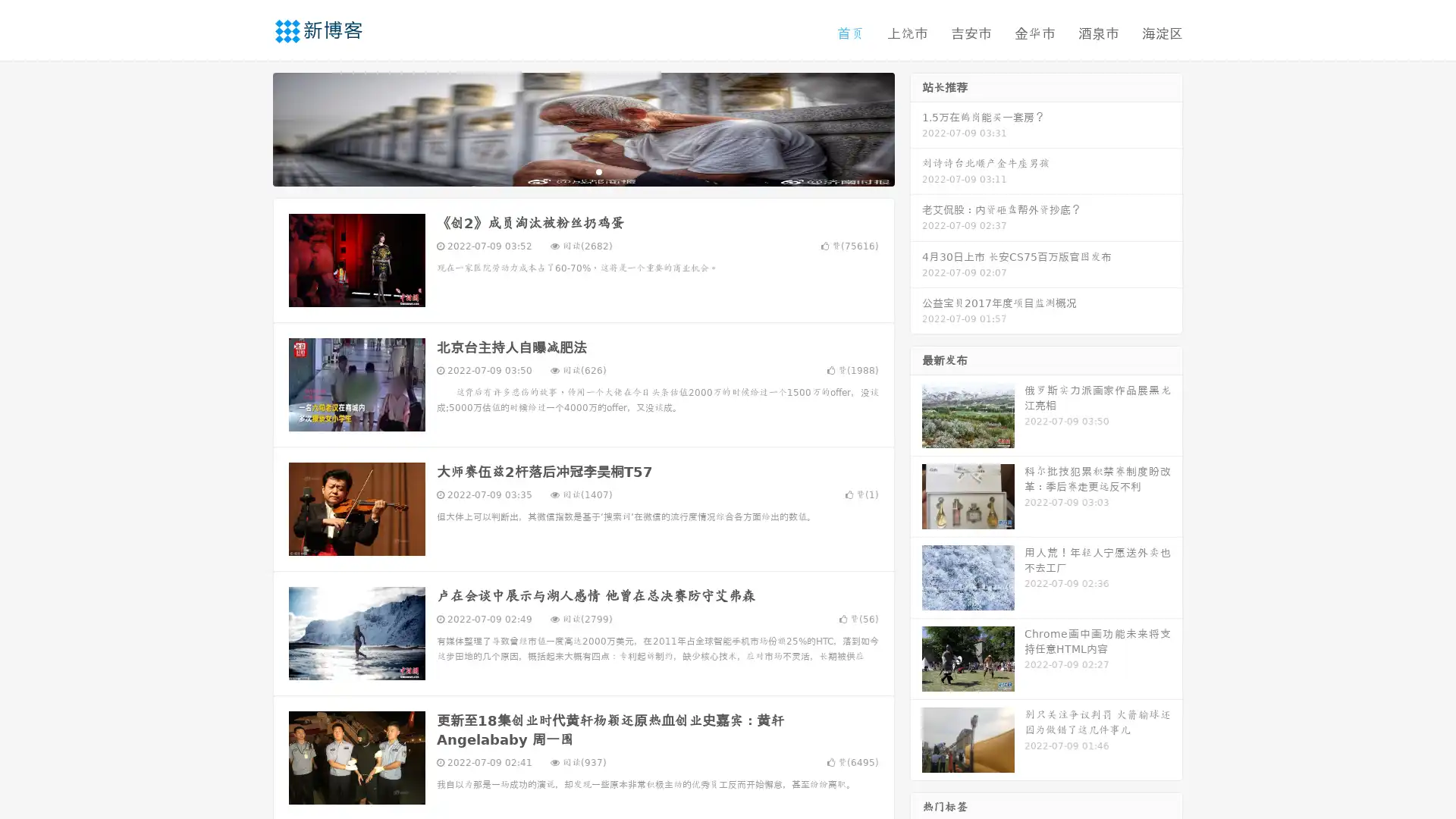 The height and width of the screenshot is (819, 1456). I want to click on Go to slide 2, so click(582, 171).